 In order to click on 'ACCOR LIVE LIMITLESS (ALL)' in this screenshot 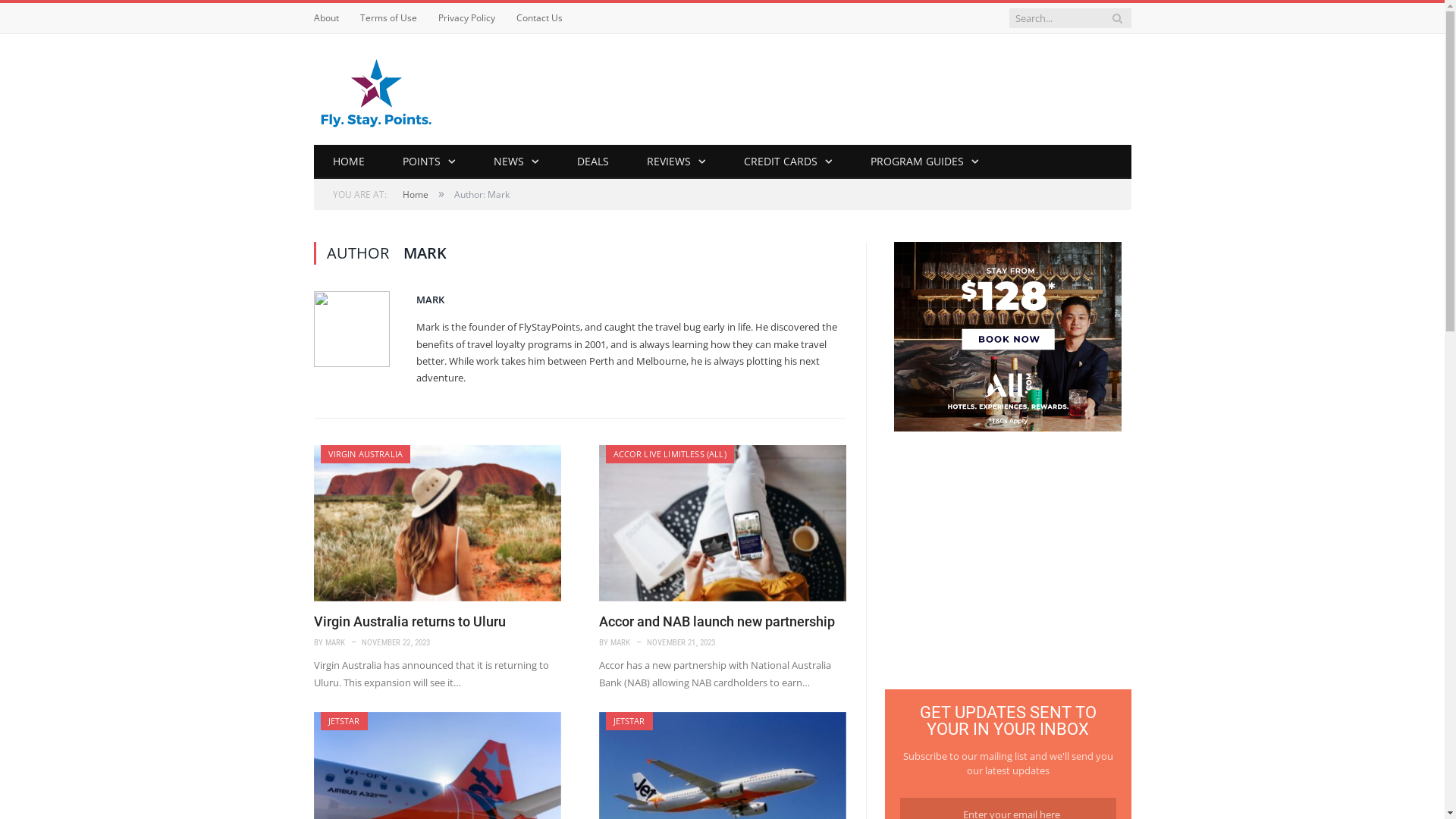, I will do `click(668, 453)`.